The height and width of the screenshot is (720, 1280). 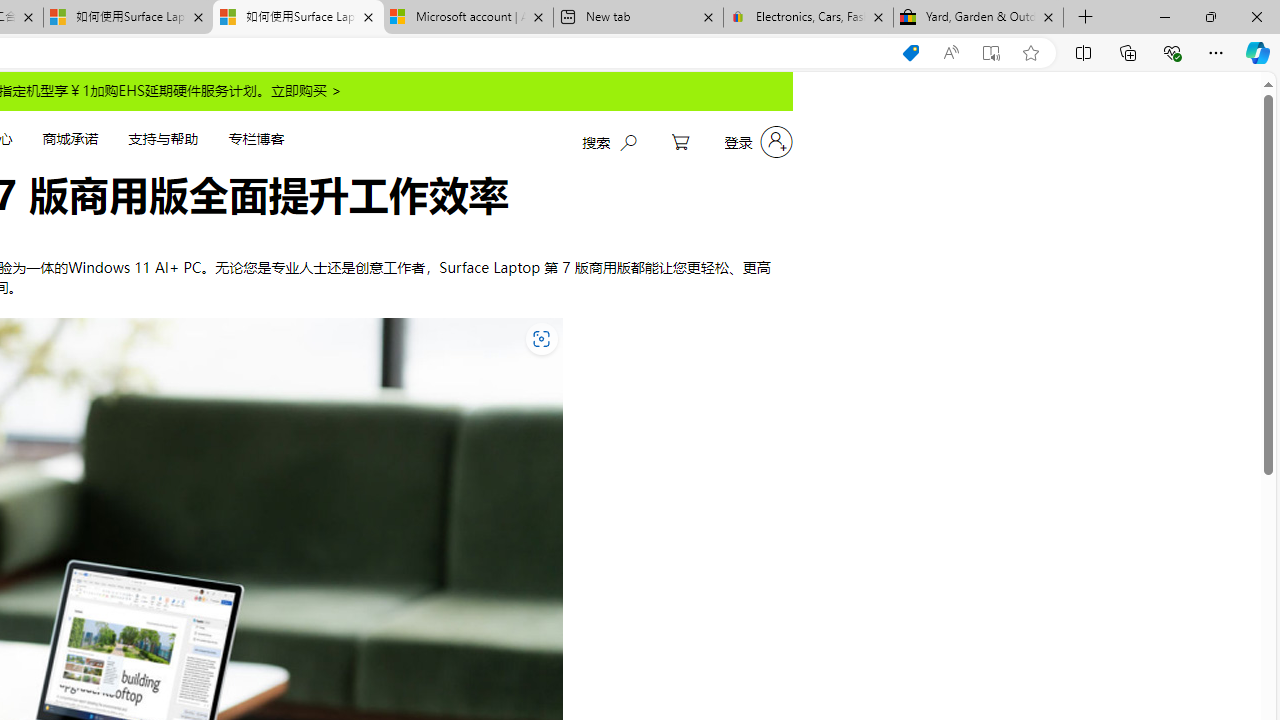 I want to click on 'My Cart', so click(x=680, y=141).